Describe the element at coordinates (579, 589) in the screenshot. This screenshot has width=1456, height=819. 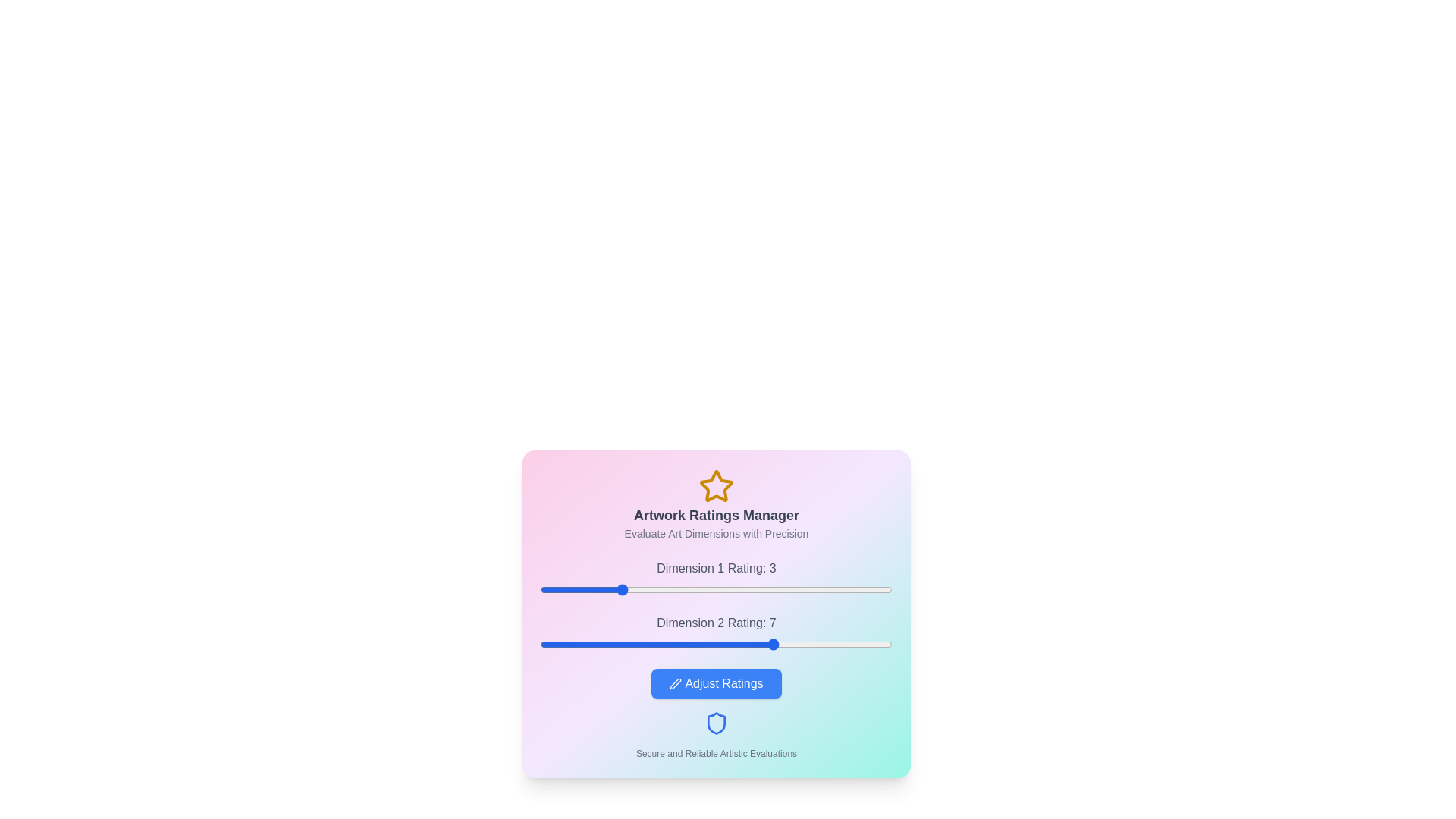
I see `the first dimension rating to 2 by moving the slider` at that location.